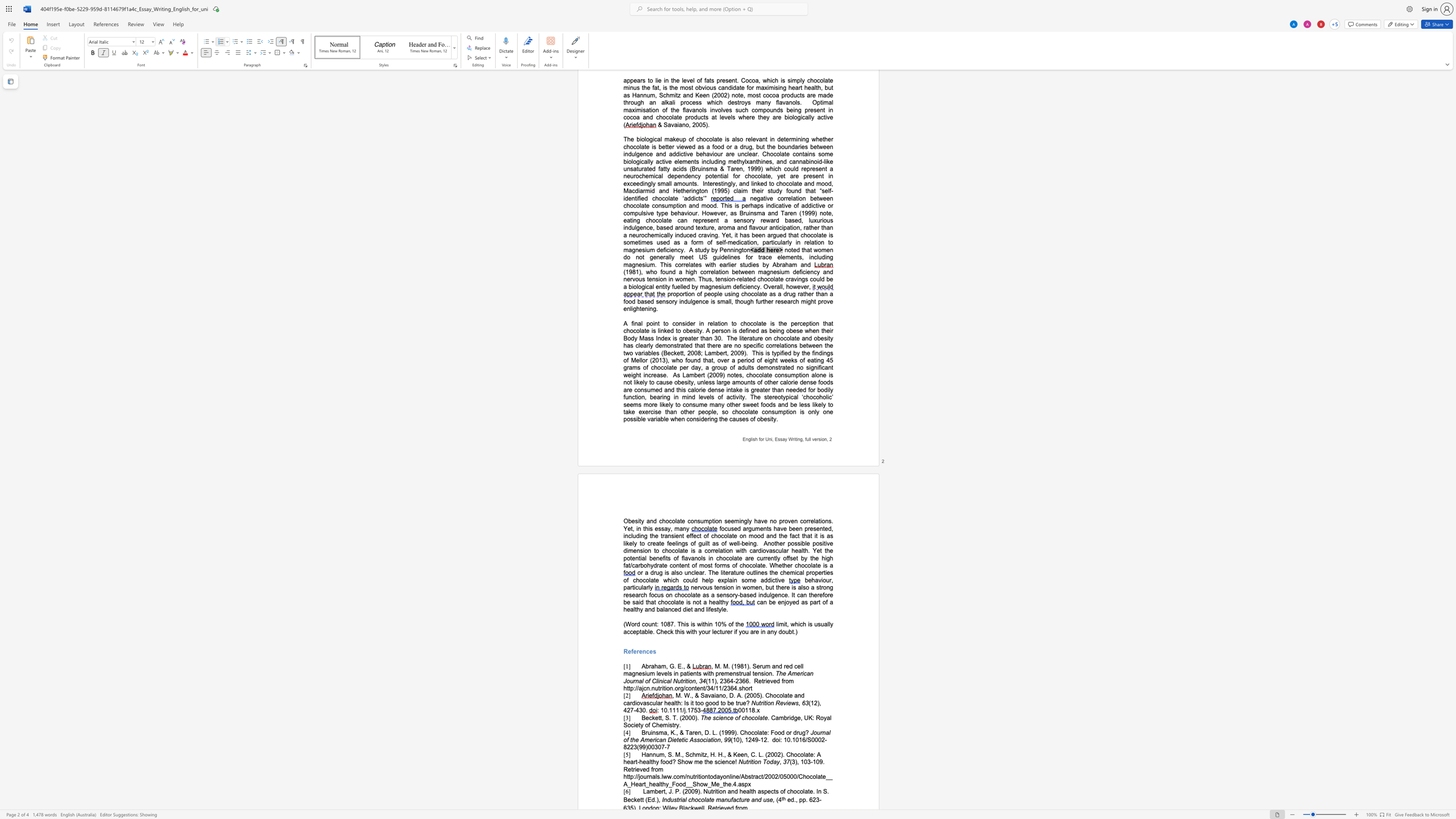 This screenshot has height=819, width=1456. What do you see at coordinates (627, 800) in the screenshot?
I see `the space between the continuous character "B" and "e" in the text` at bounding box center [627, 800].